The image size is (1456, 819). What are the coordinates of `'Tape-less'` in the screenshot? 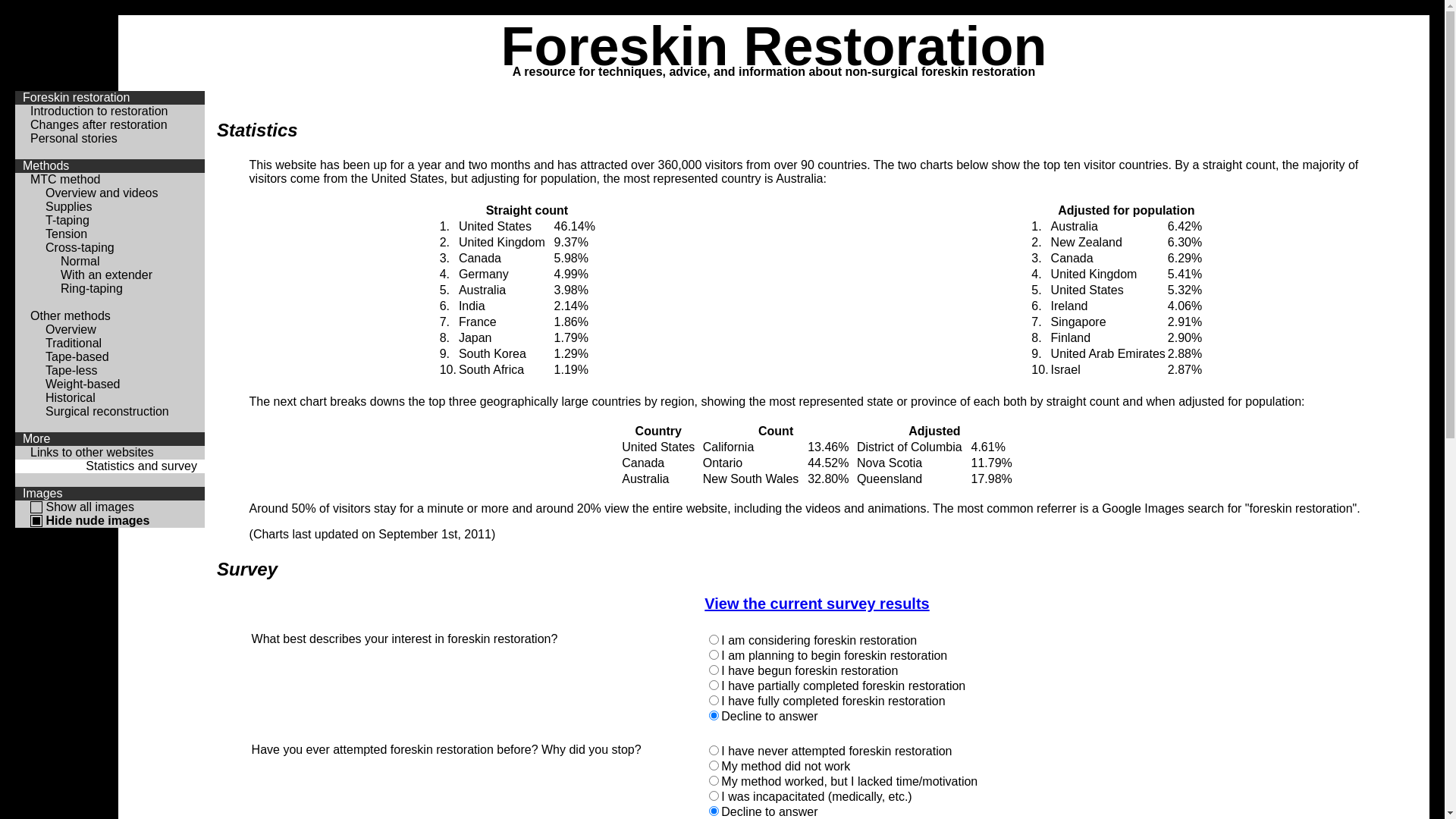 It's located at (71, 370).